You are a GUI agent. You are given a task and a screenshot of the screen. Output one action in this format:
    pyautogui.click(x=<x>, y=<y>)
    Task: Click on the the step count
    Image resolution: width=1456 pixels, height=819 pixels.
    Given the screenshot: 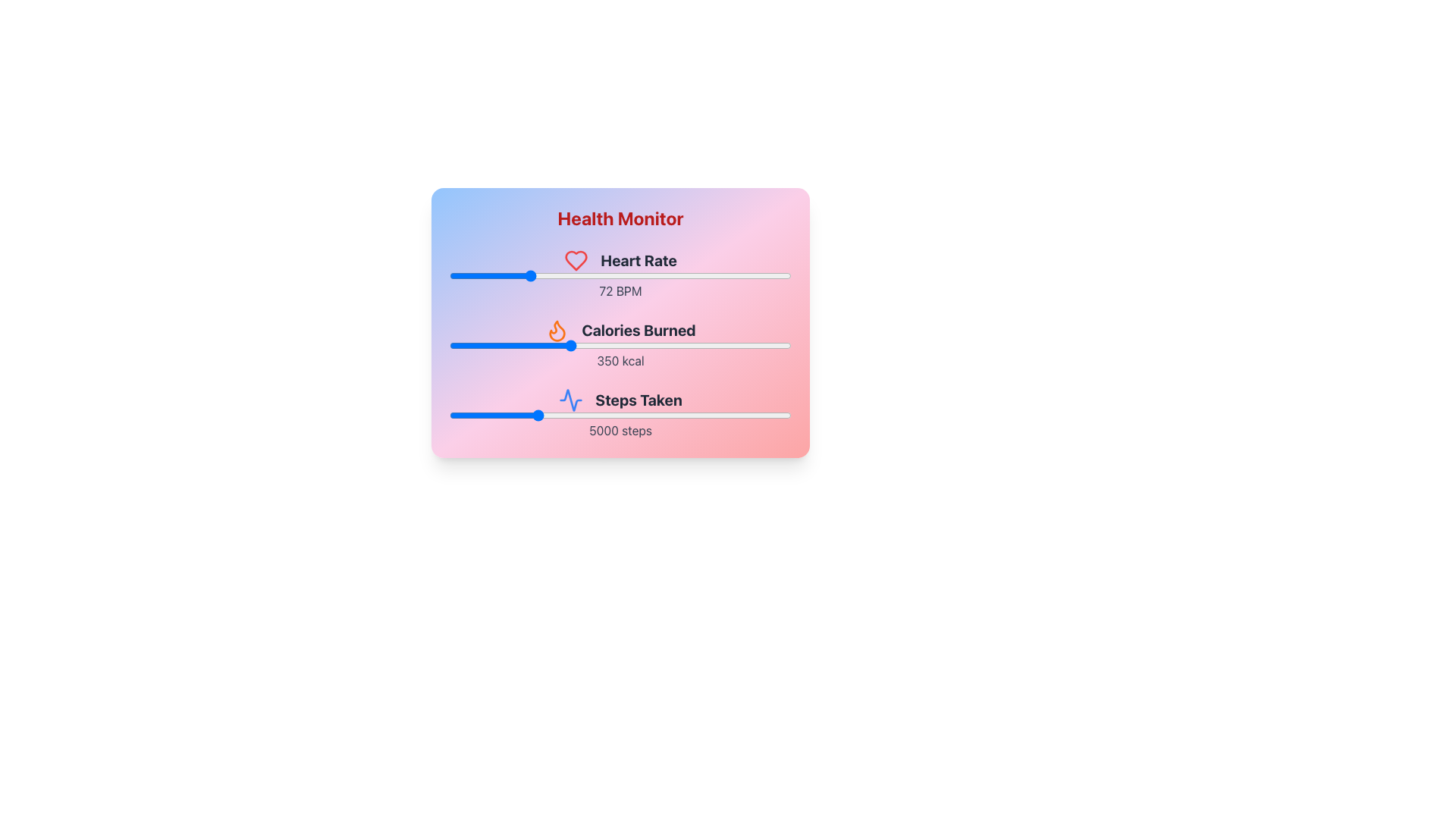 What is the action you would take?
    pyautogui.click(x=610, y=415)
    